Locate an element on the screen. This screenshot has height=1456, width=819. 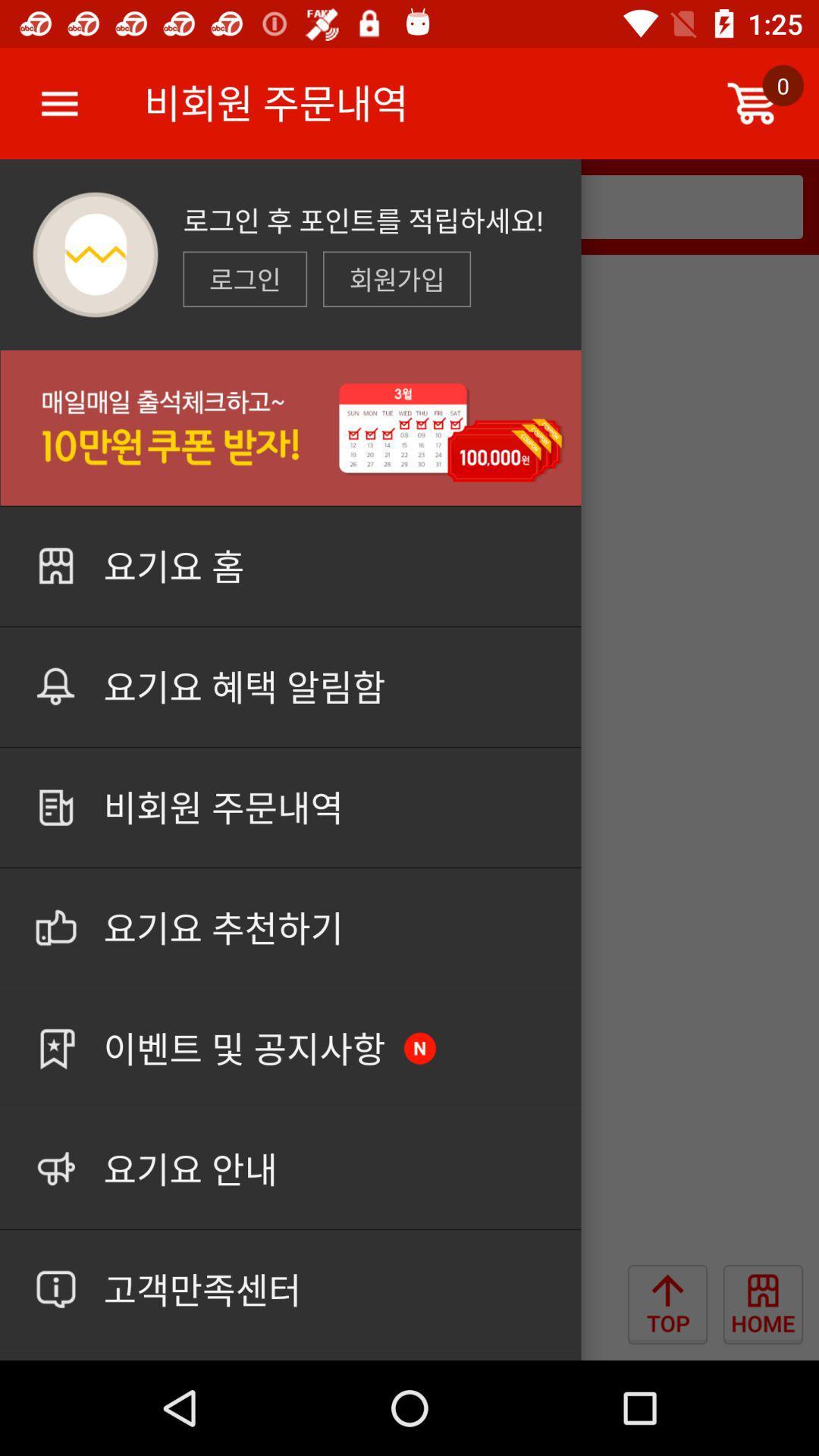
the logo which is in the top left corner of the page is located at coordinates (96, 255).